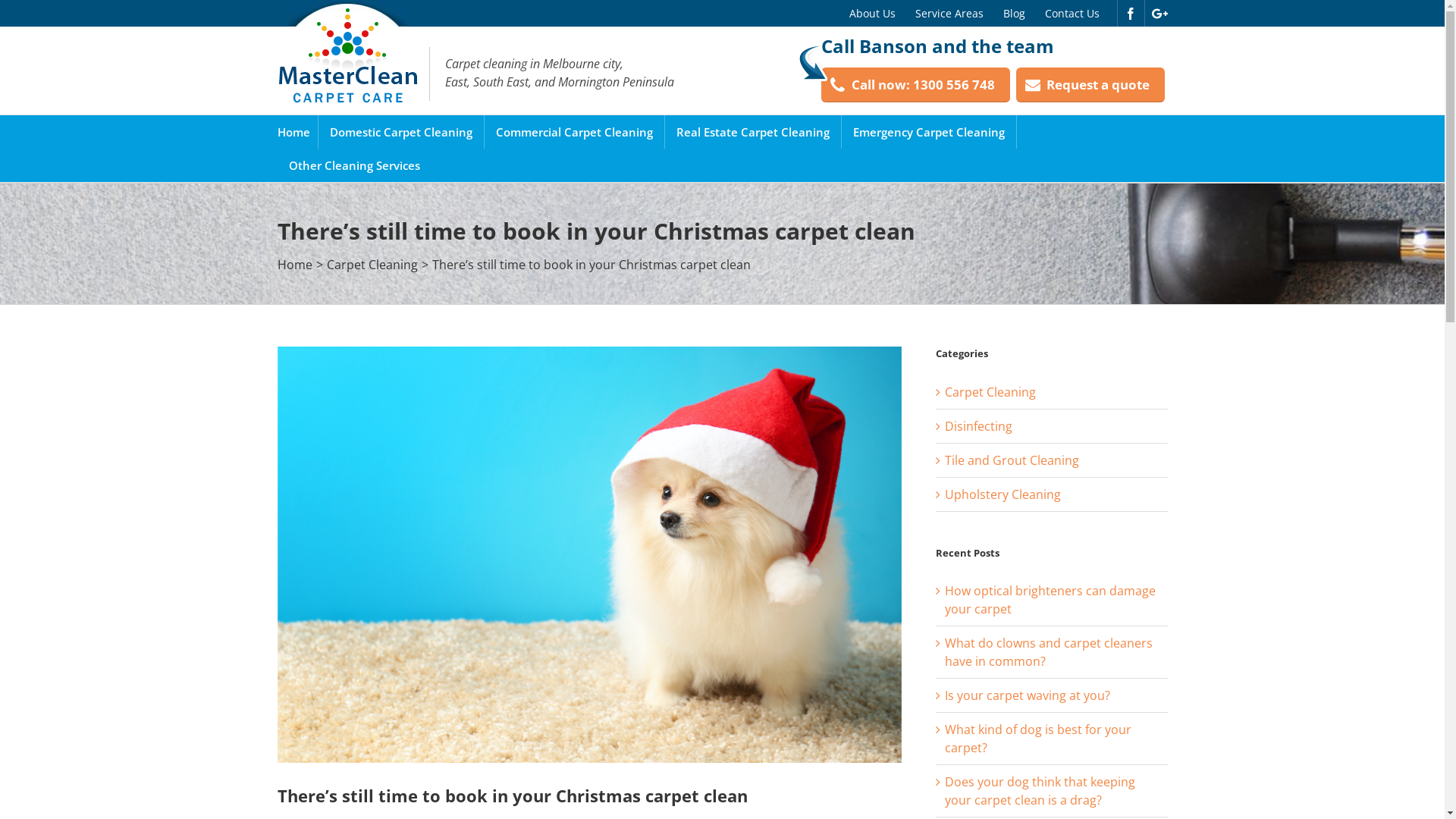 This screenshot has height=819, width=1456. What do you see at coordinates (328, 130) in the screenshot?
I see `'Domestic Carpet Cleaning'` at bounding box center [328, 130].